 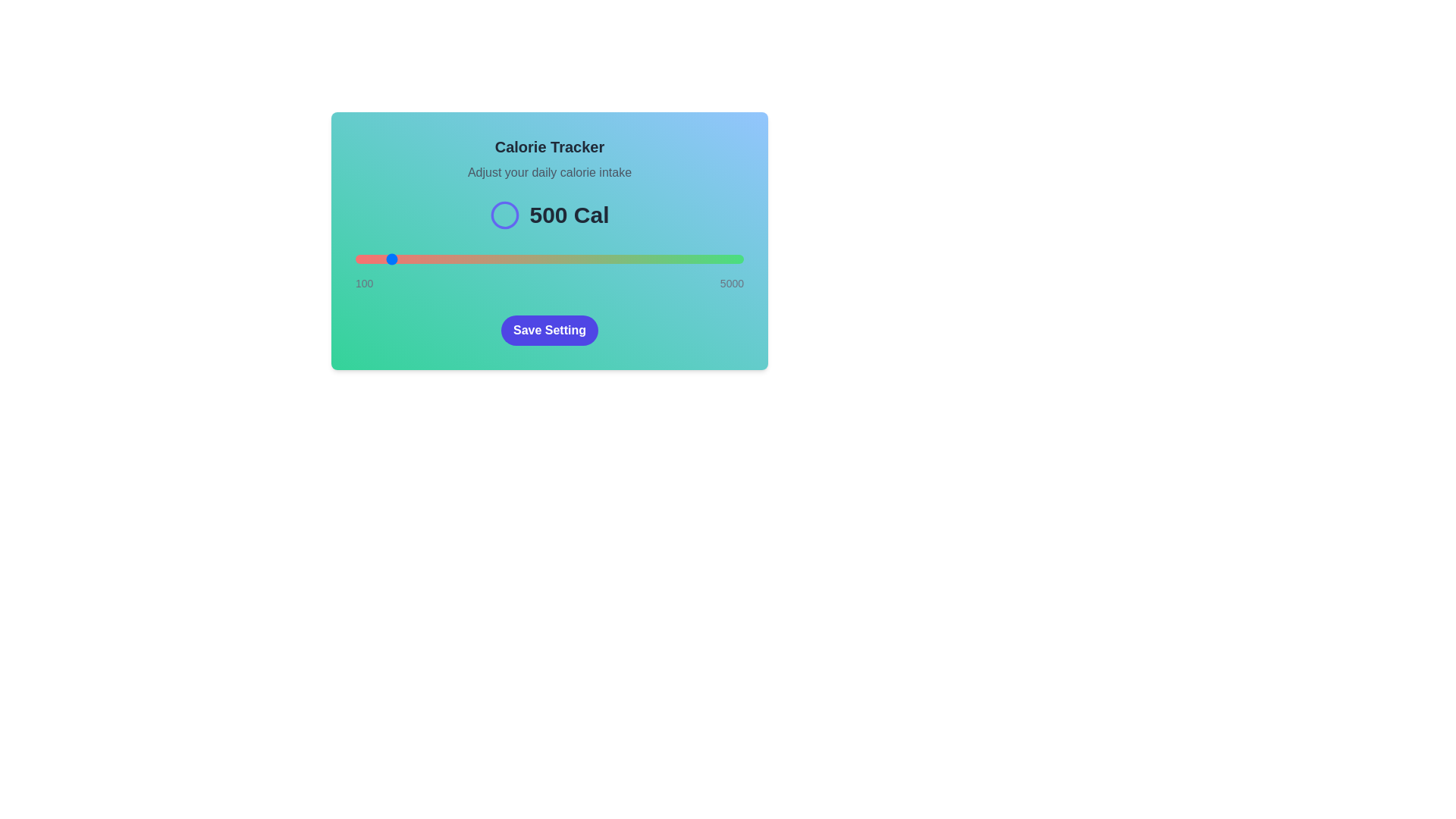 What do you see at coordinates (429, 259) in the screenshot?
I see `the slider to 1041 calories to observe the color gradient` at bounding box center [429, 259].